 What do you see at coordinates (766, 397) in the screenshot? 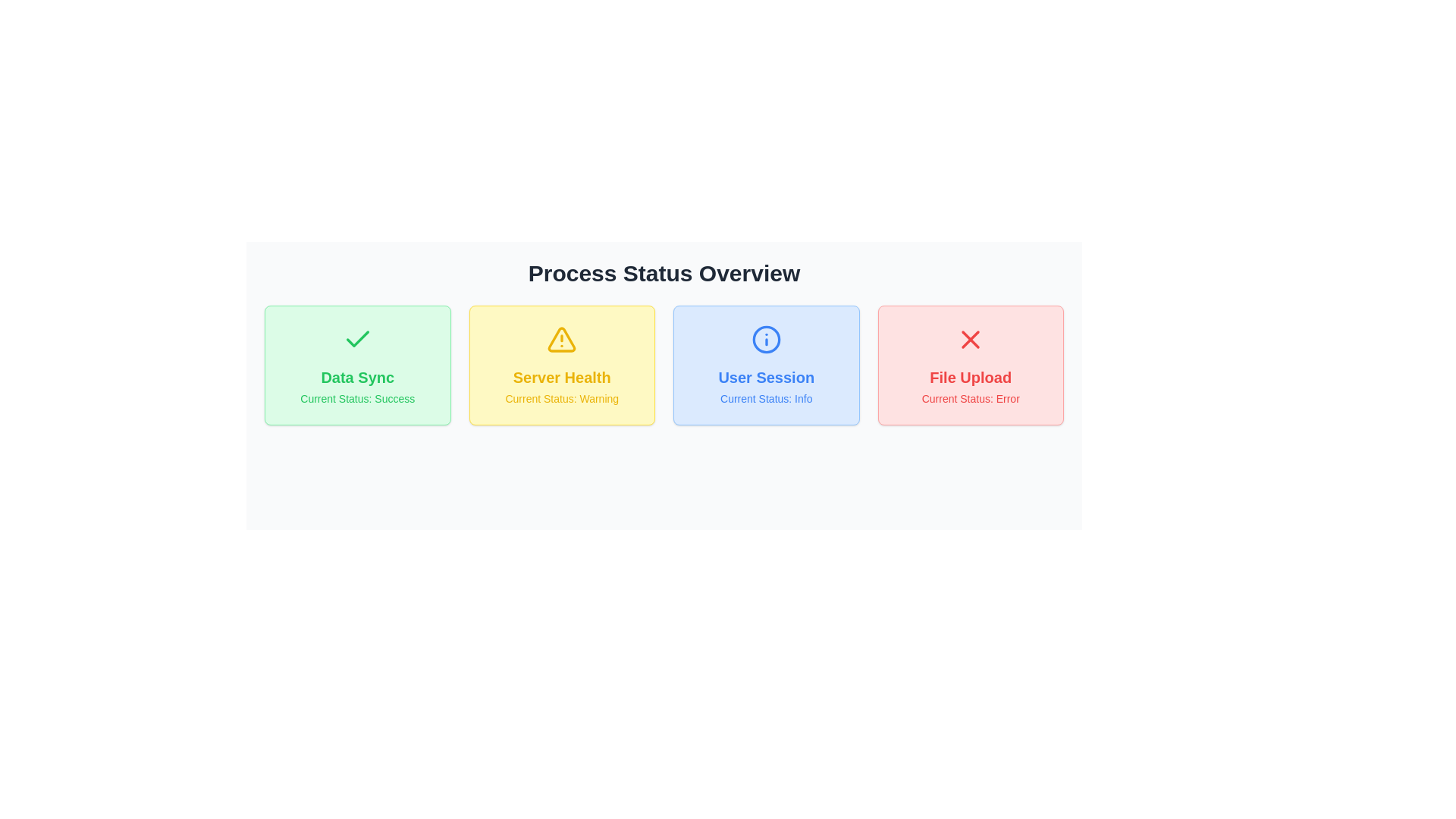
I see `the text label displaying 'Current Status: Info', which is located directly below the 'User Session' heading in the blue background card` at bounding box center [766, 397].